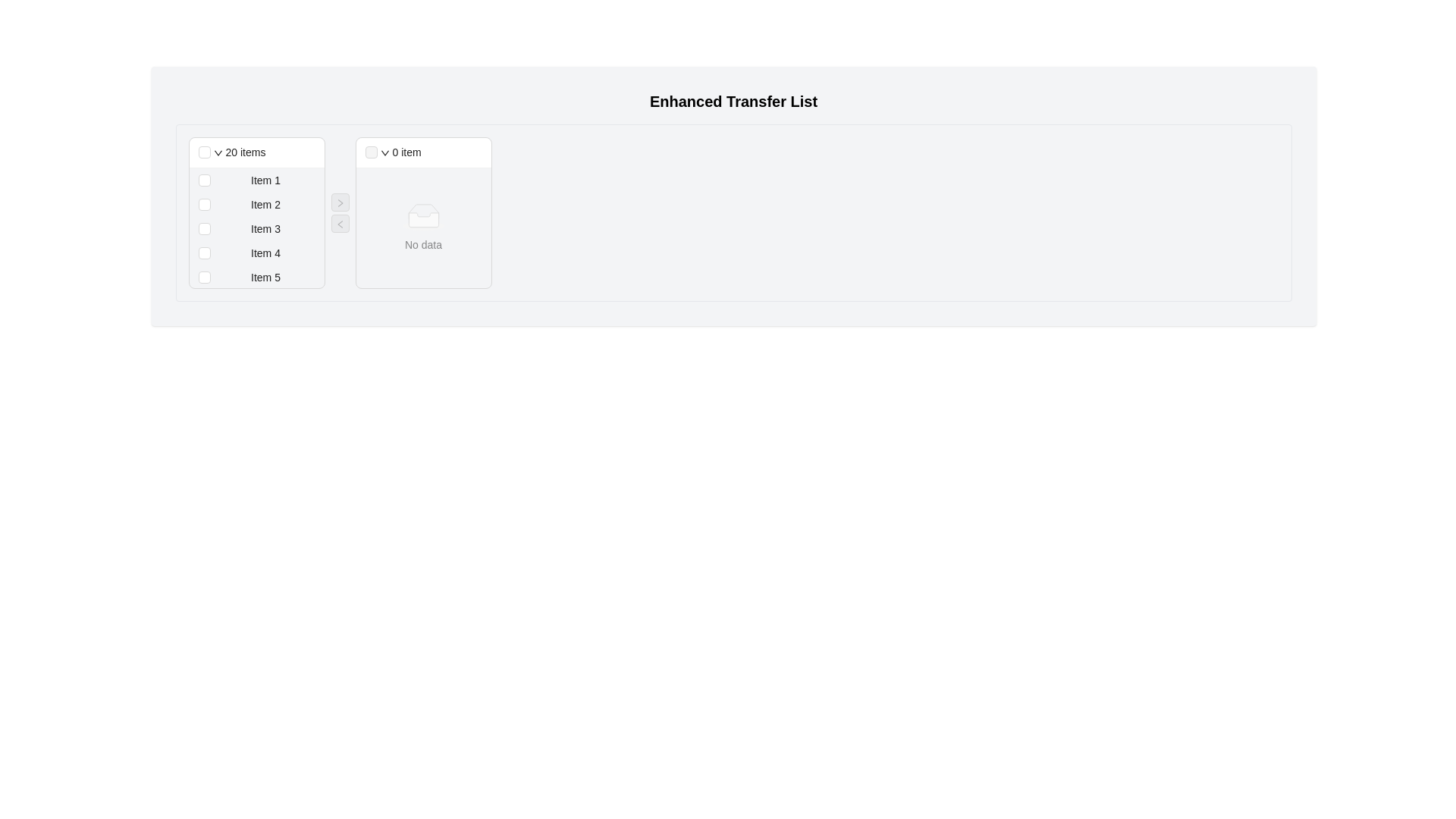 The height and width of the screenshot is (819, 1456). What do you see at coordinates (256, 253) in the screenshot?
I see `the text of the fourth list item with a checkbox labeled 'Item 4'` at bounding box center [256, 253].